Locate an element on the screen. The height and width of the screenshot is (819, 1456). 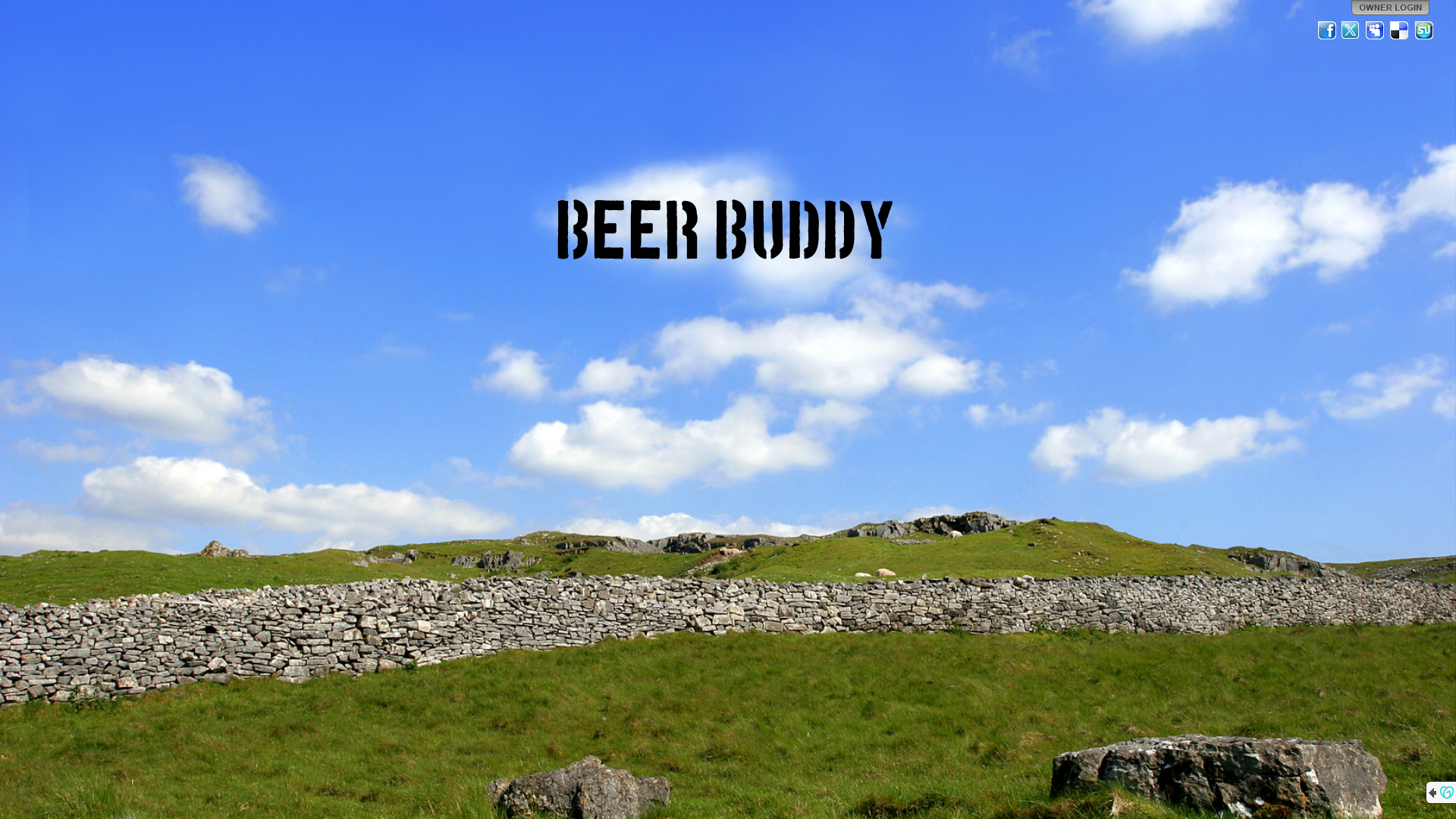
'Facebook' is located at coordinates (1316, 30).